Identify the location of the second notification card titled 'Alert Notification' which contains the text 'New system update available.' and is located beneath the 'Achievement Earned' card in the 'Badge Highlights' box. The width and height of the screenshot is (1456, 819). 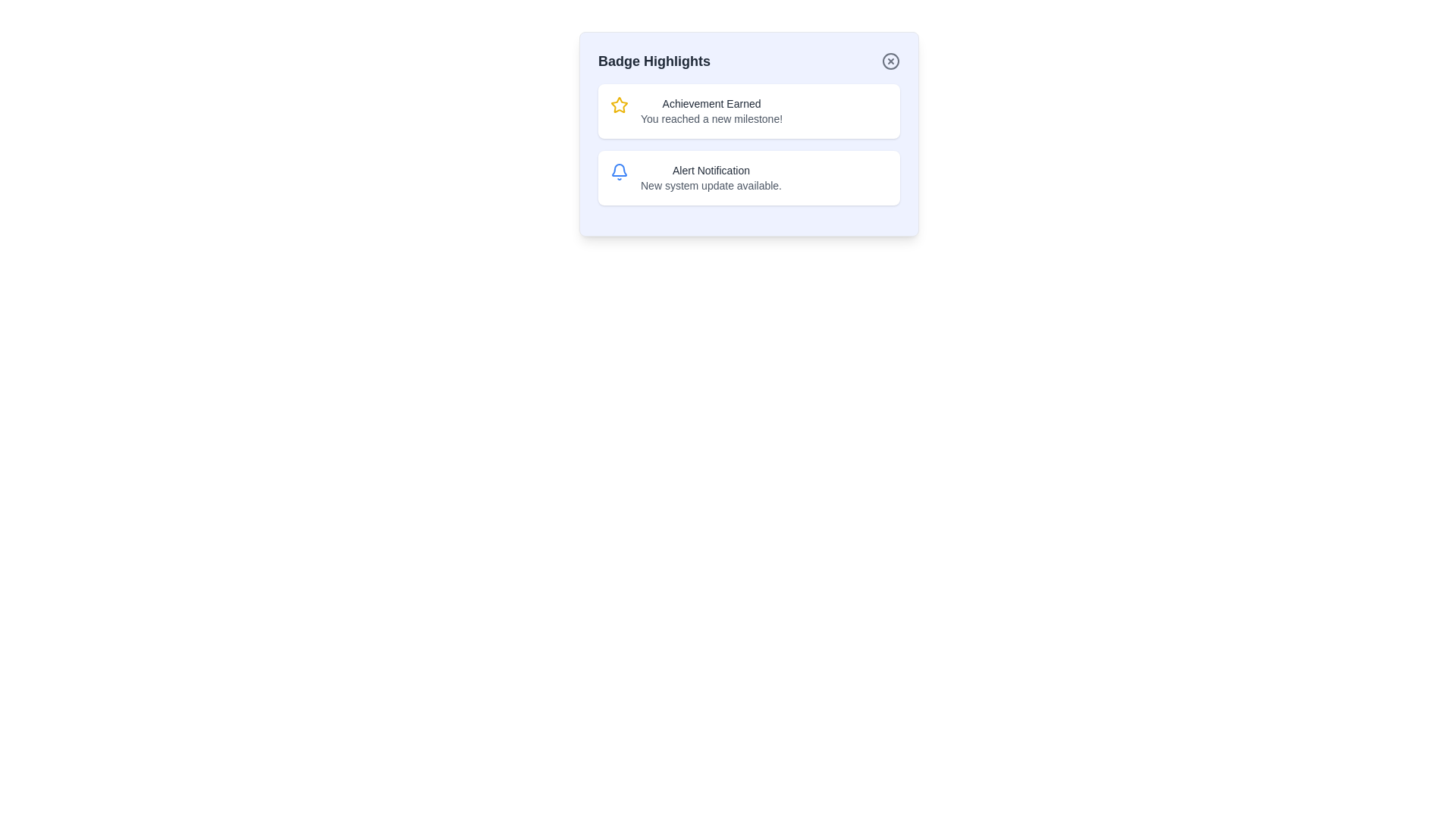
(749, 177).